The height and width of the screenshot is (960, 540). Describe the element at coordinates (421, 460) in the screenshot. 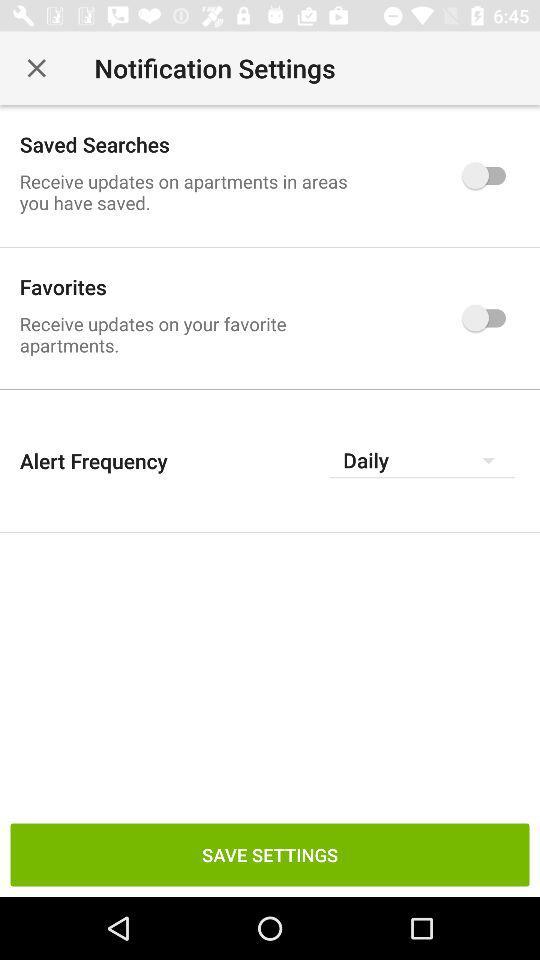

I see `daily which is on the left side of alert frequency` at that location.